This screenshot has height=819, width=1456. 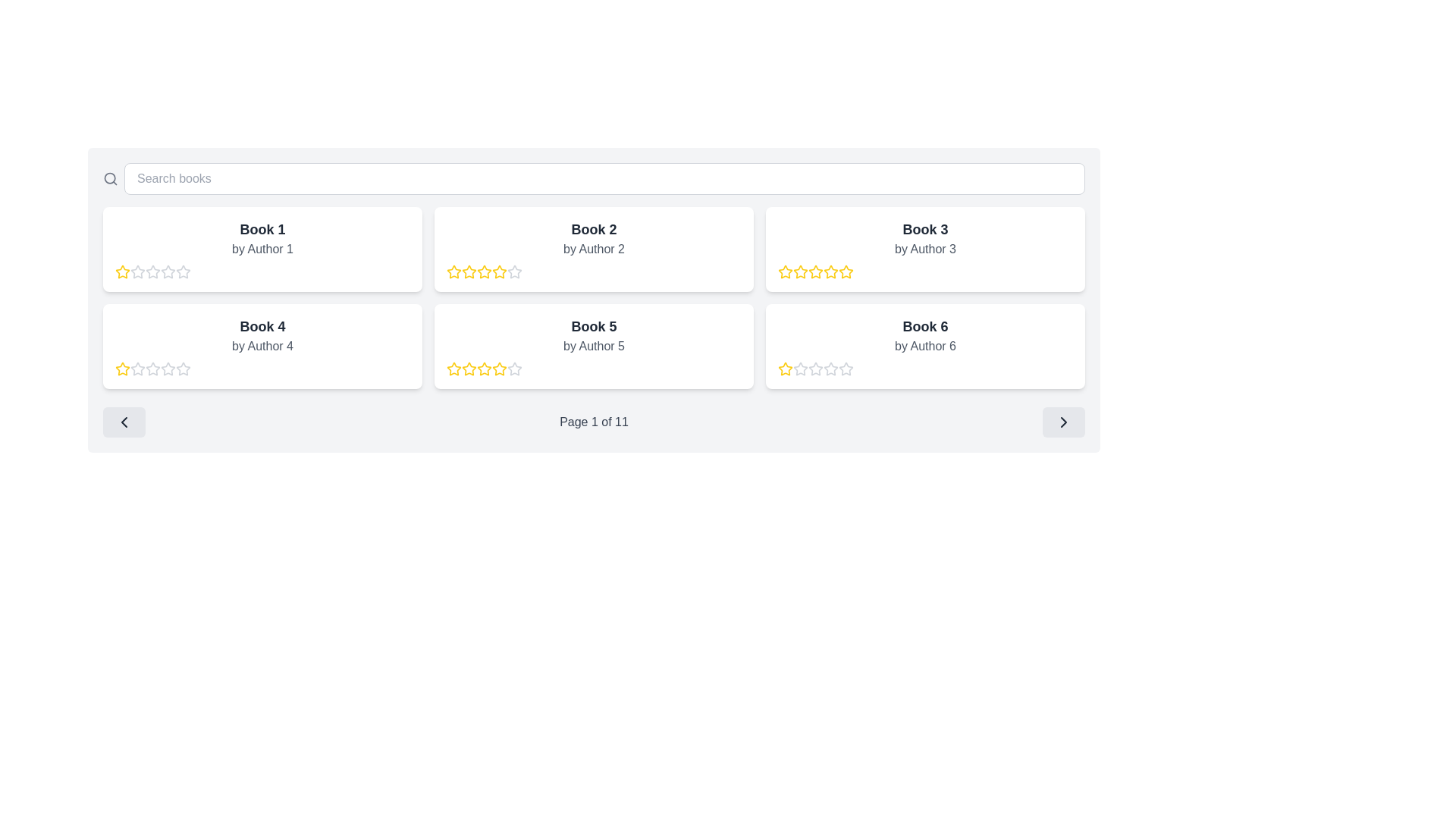 What do you see at coordinates (924, 346) in the screenshot?
I see `text label displaying the author's name located in the 'Book 6' card layout, which is in the rightmost column of the second row, below the title 'Book 6' and above the star icons` at bounding box center [924, 346].